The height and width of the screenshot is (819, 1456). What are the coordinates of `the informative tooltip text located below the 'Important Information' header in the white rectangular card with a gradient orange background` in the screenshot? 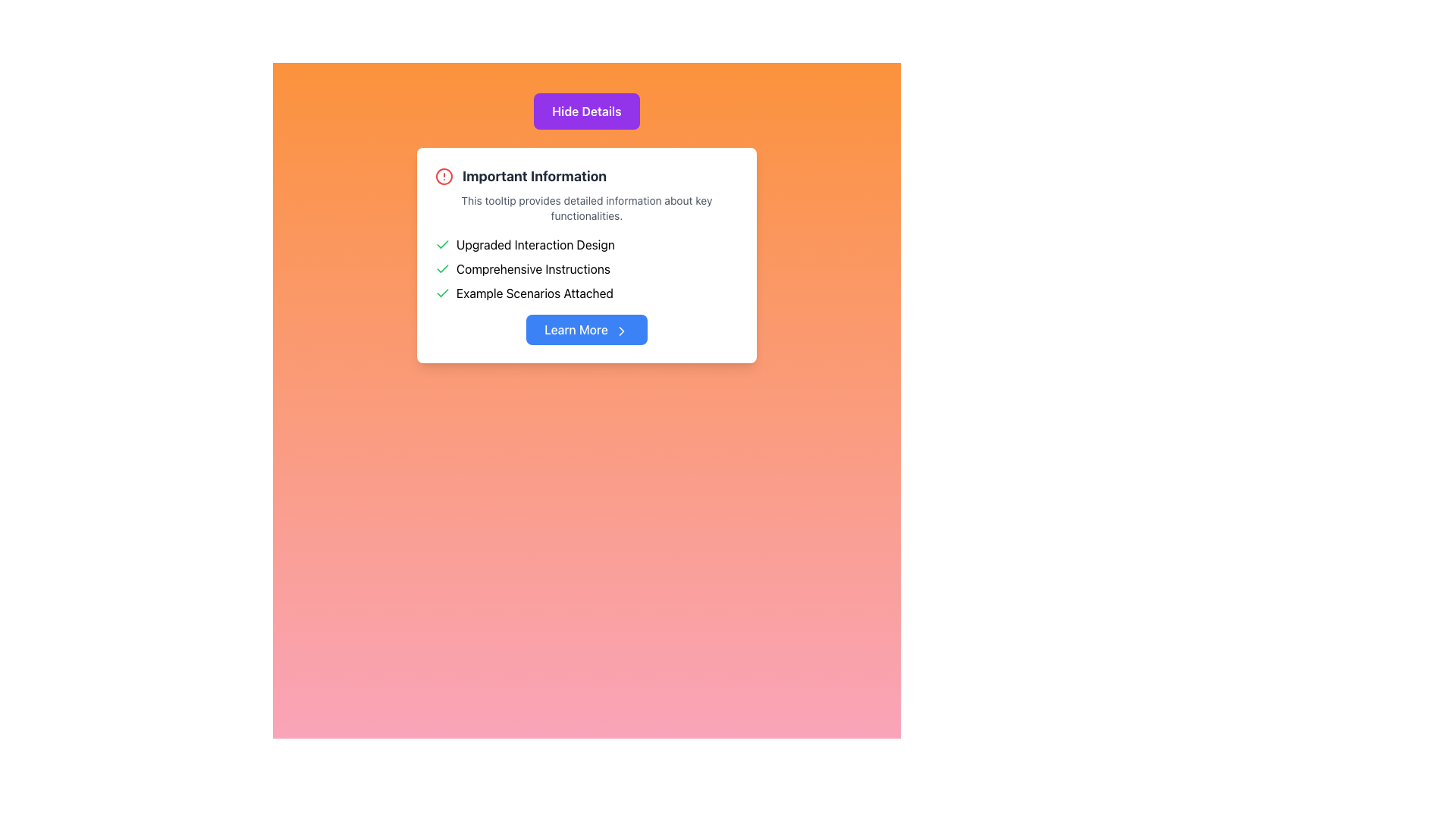 It's located at (585, 208).